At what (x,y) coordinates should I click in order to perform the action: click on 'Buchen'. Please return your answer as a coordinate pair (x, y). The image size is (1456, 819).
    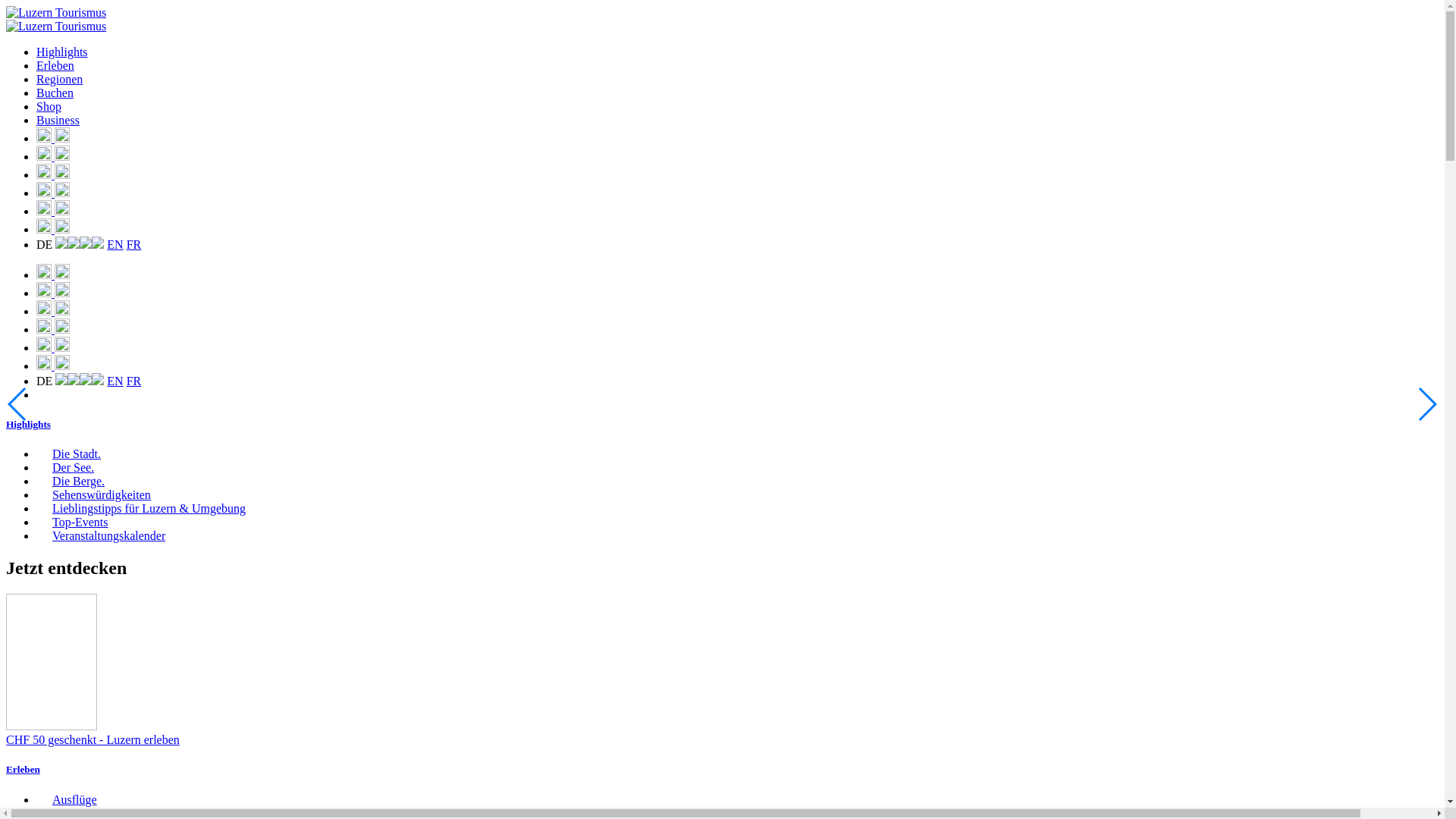
    Looking at the image, I should click on (55, 93).